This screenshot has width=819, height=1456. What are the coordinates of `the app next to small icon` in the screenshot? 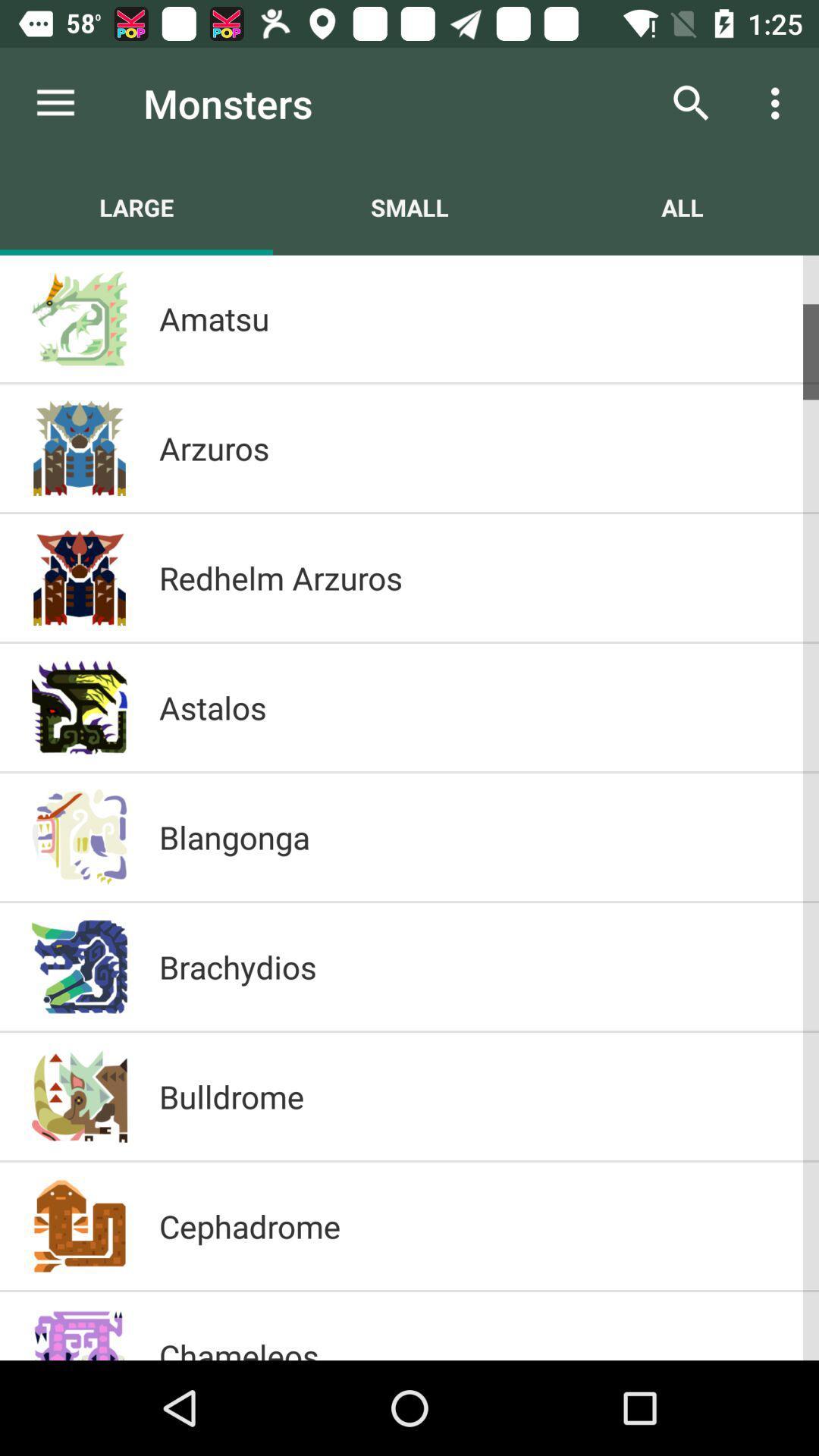 It's located at (681, 206).